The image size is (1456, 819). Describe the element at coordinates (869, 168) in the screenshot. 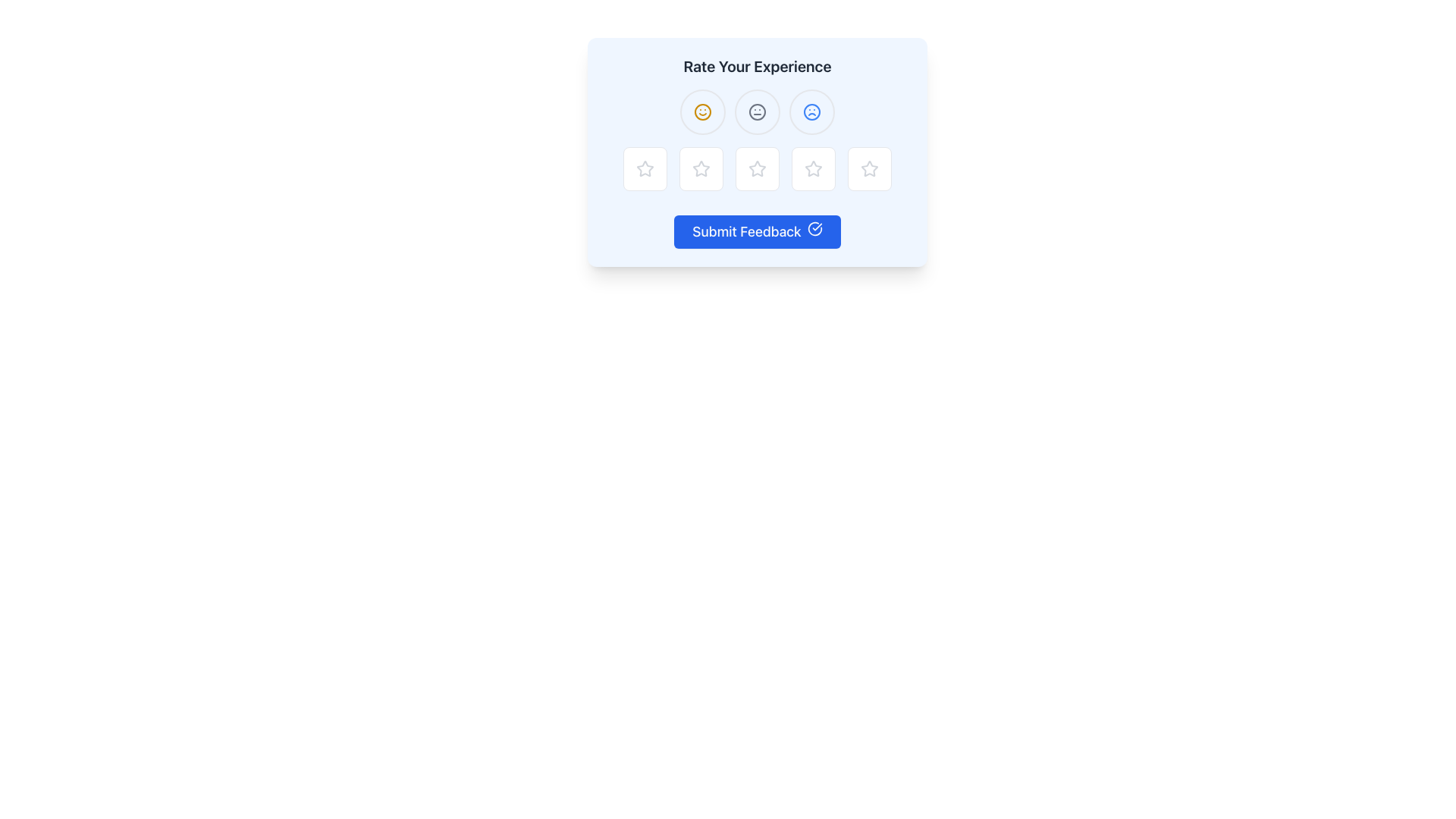

I see `the fifth star icon in the rating component` at that location.